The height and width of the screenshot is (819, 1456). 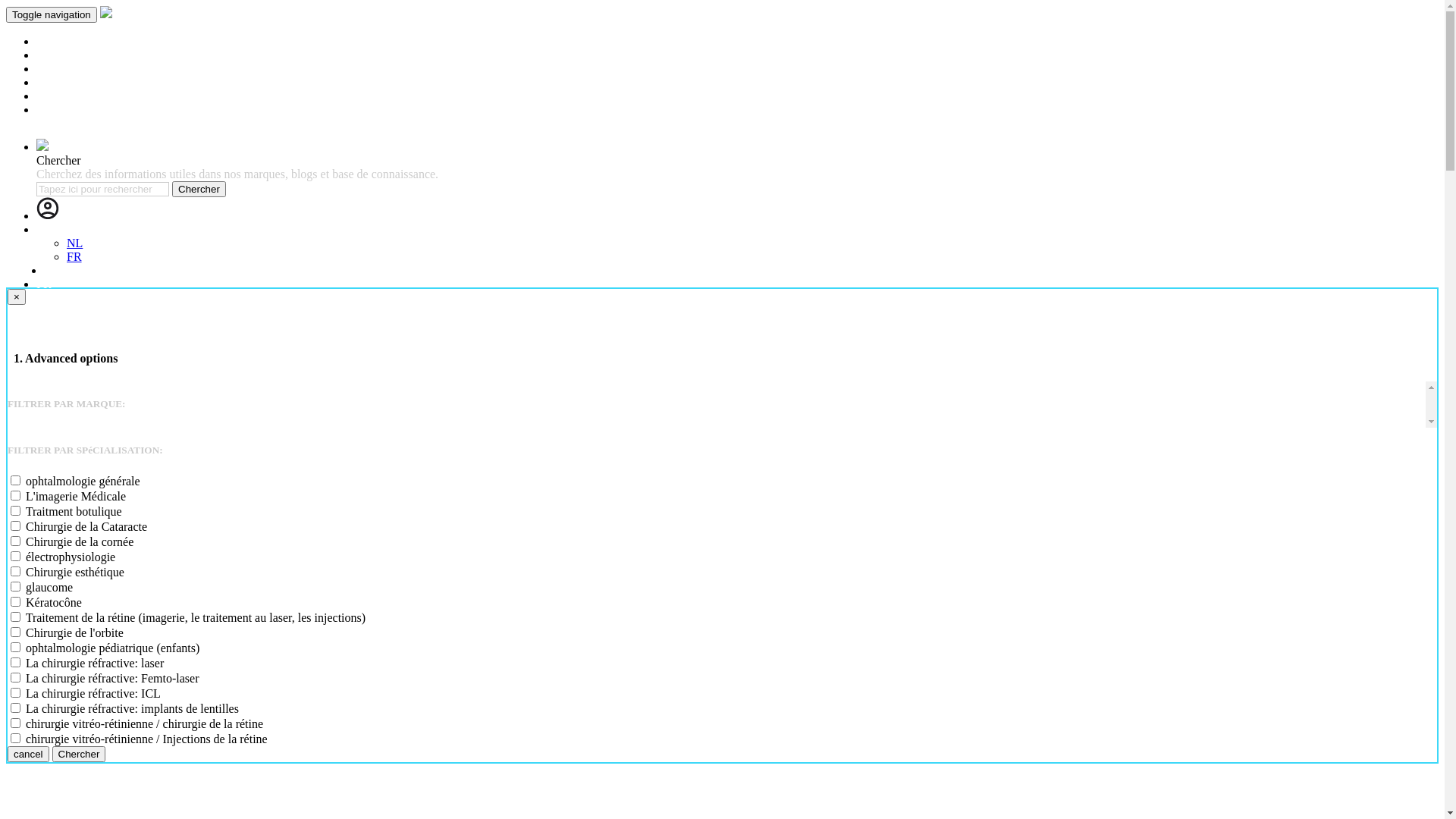 I want to click on 'Toggle navigation', so click(x=51, y=14).